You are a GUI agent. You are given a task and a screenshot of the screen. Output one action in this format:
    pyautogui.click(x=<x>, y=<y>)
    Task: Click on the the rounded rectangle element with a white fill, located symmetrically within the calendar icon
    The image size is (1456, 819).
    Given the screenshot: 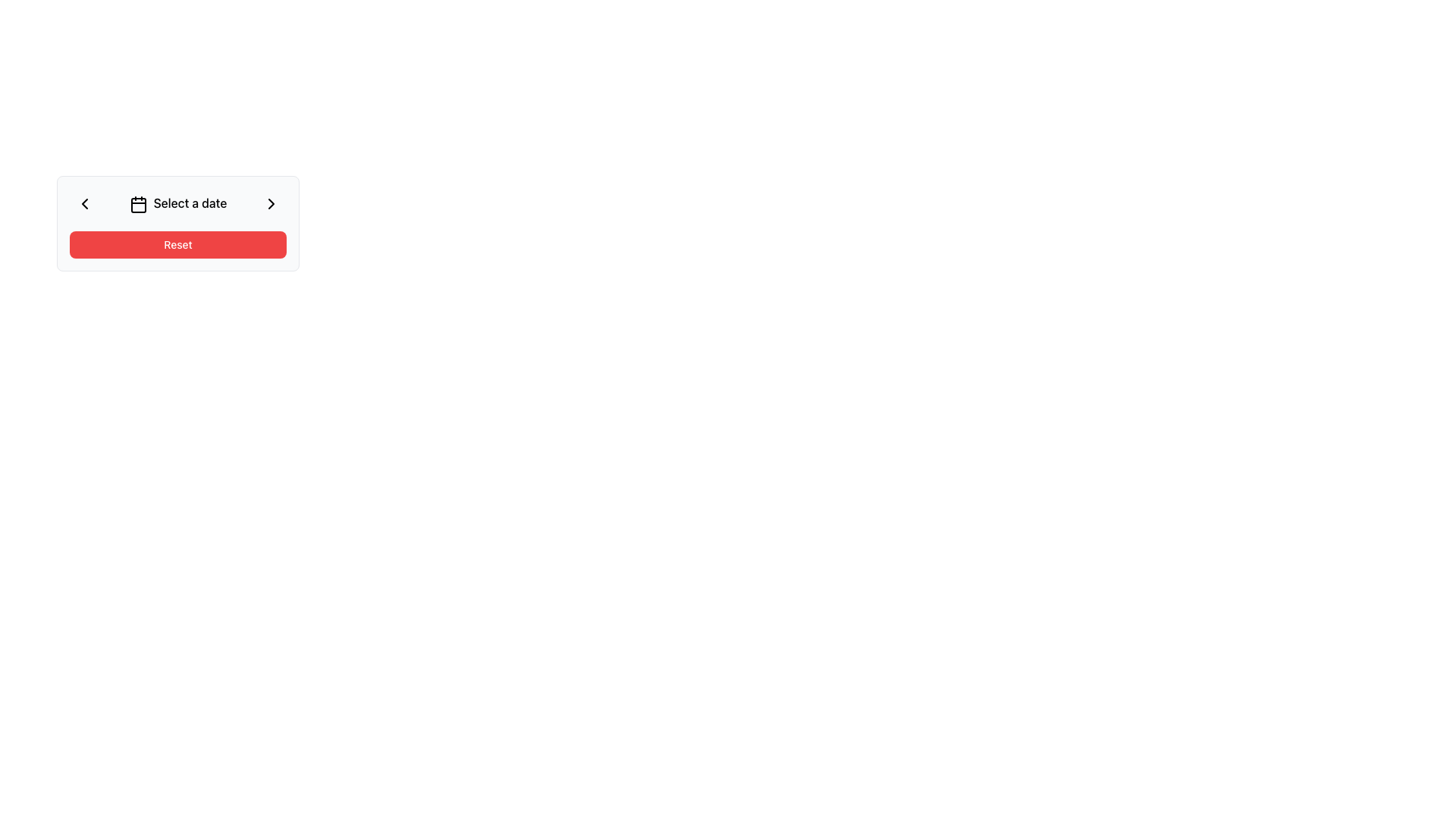 What is the action you would take?
    pyautogui.click(x=138, y=205)
    